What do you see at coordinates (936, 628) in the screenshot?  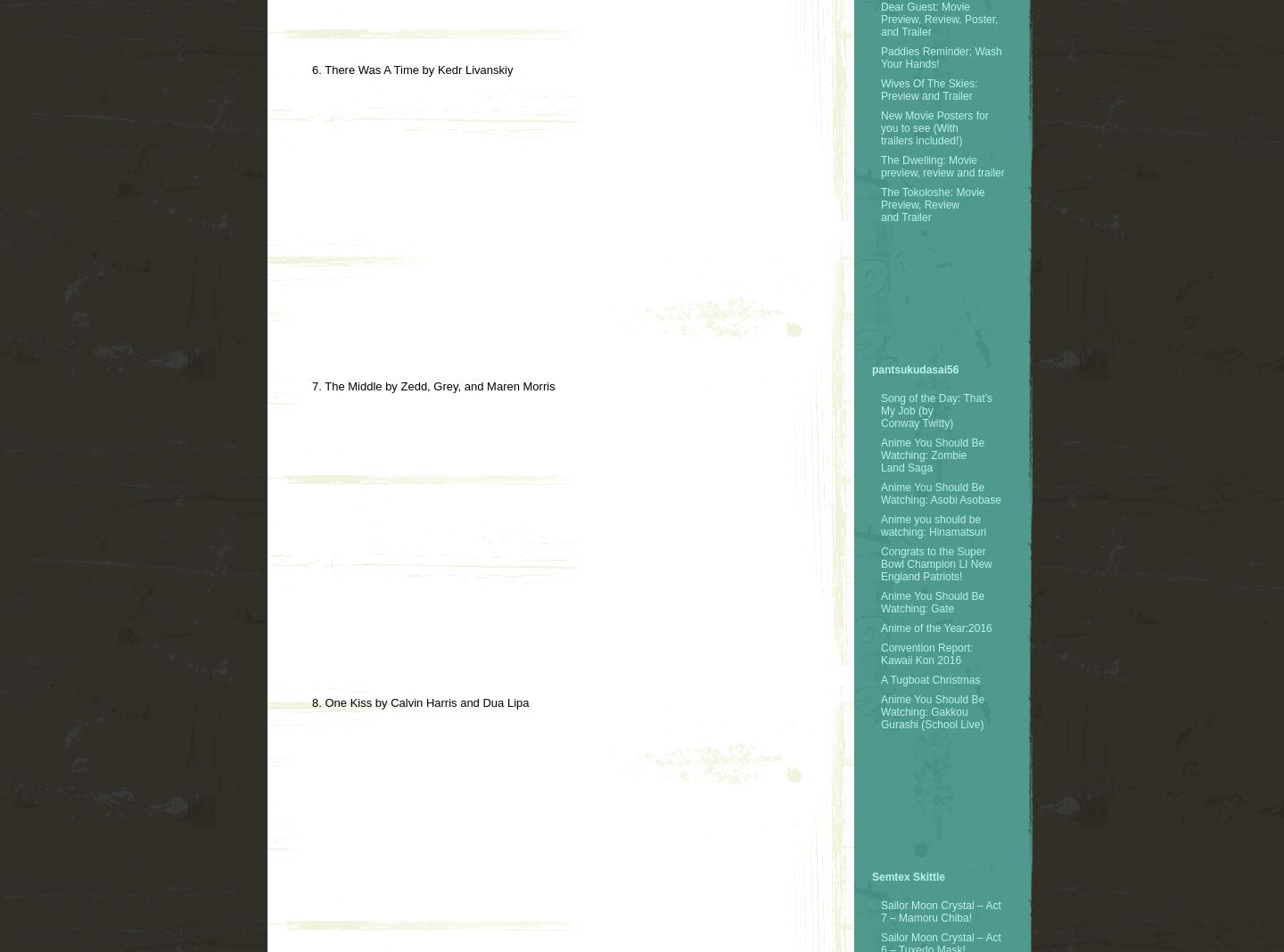 I see `'Anime of the Year:2016'` at bounding box center [936, 628].